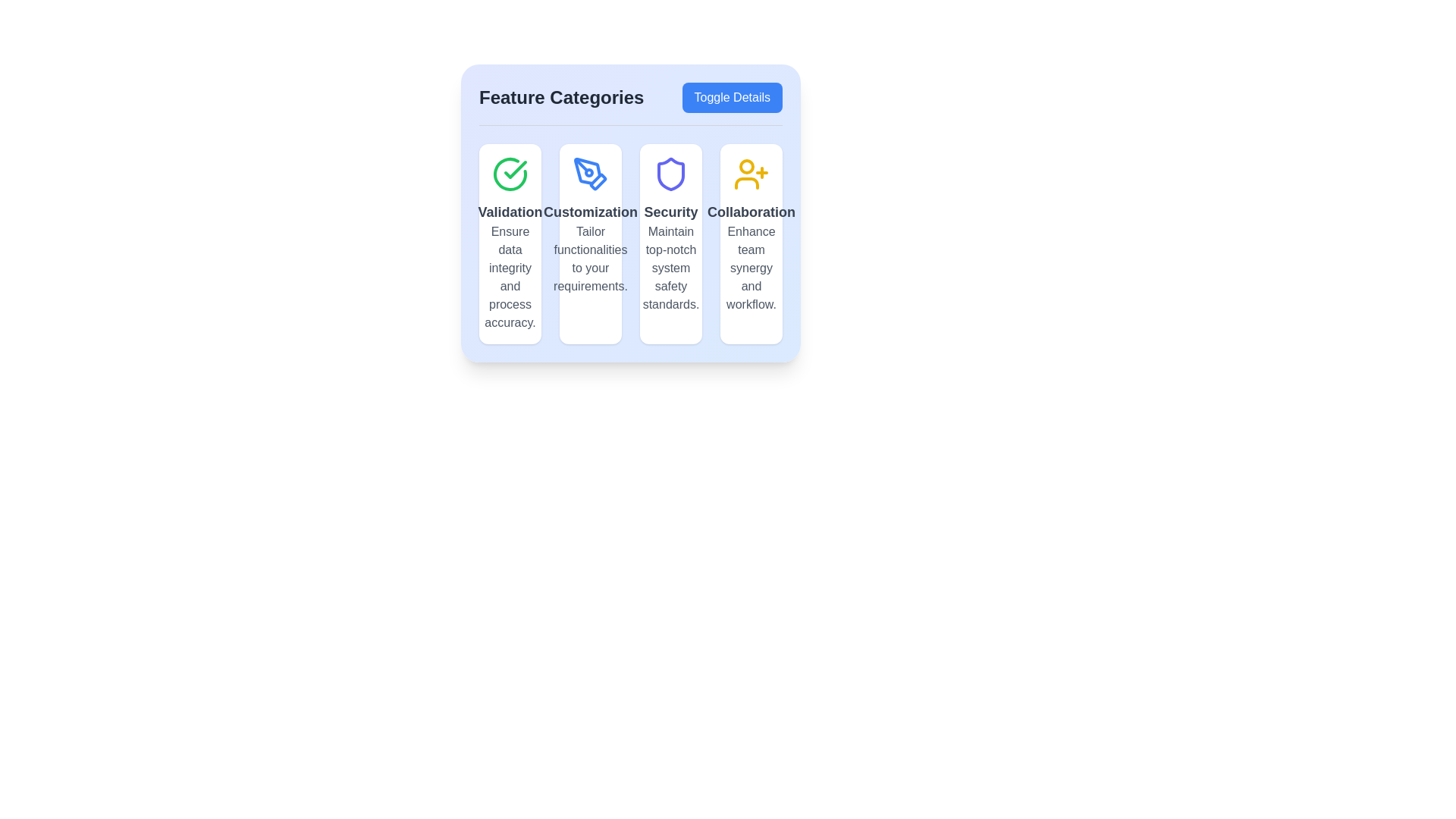 The image size is (1456, 819). Describe the element at coordinates (510, 243) in the screenshot. I see `the Information Display Card that provides an overview of the 'Validation' feature, located as the first card in a horizontal grid of four cards` at that location.